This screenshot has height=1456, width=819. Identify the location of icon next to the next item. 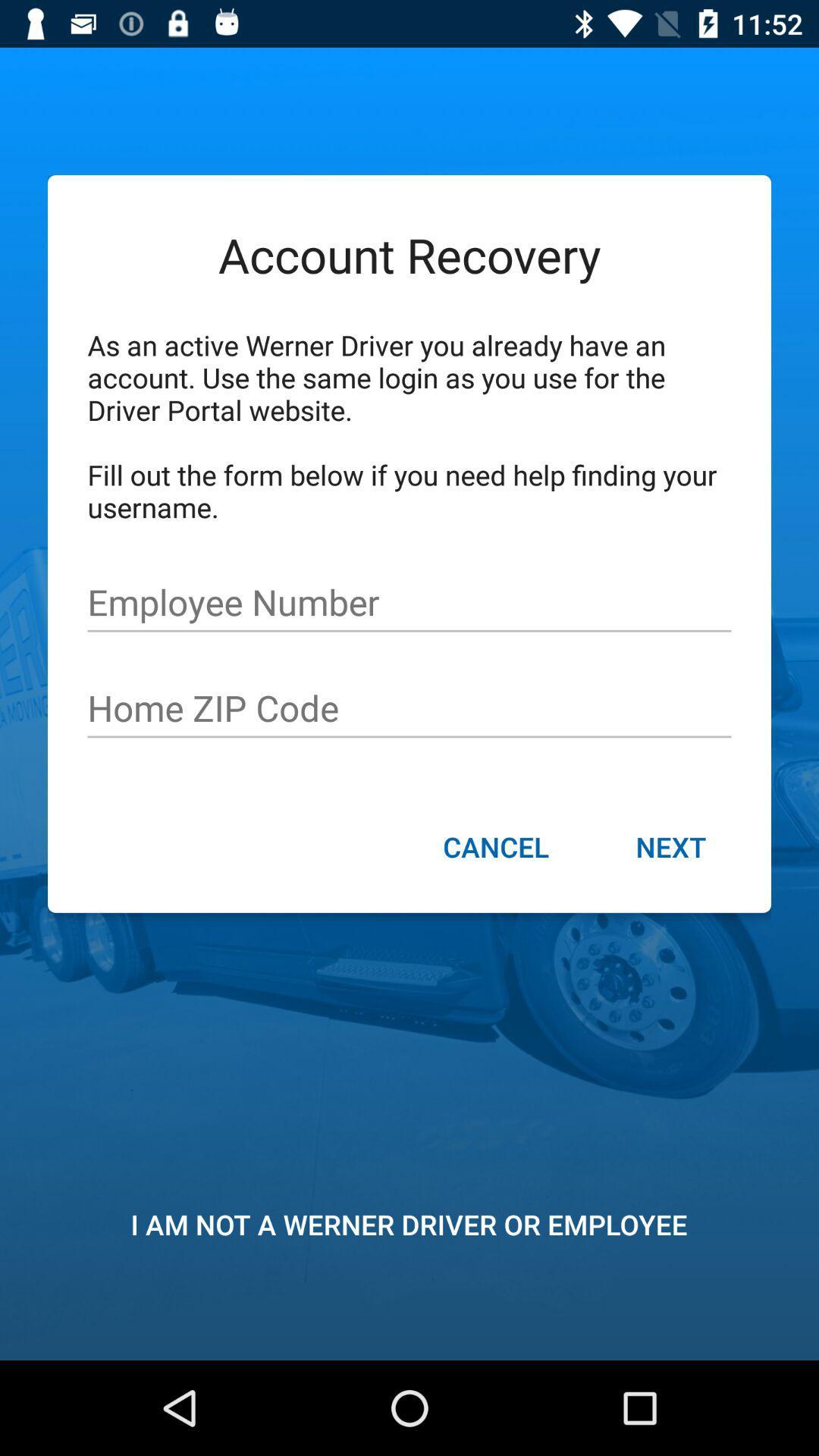
(496, 848).